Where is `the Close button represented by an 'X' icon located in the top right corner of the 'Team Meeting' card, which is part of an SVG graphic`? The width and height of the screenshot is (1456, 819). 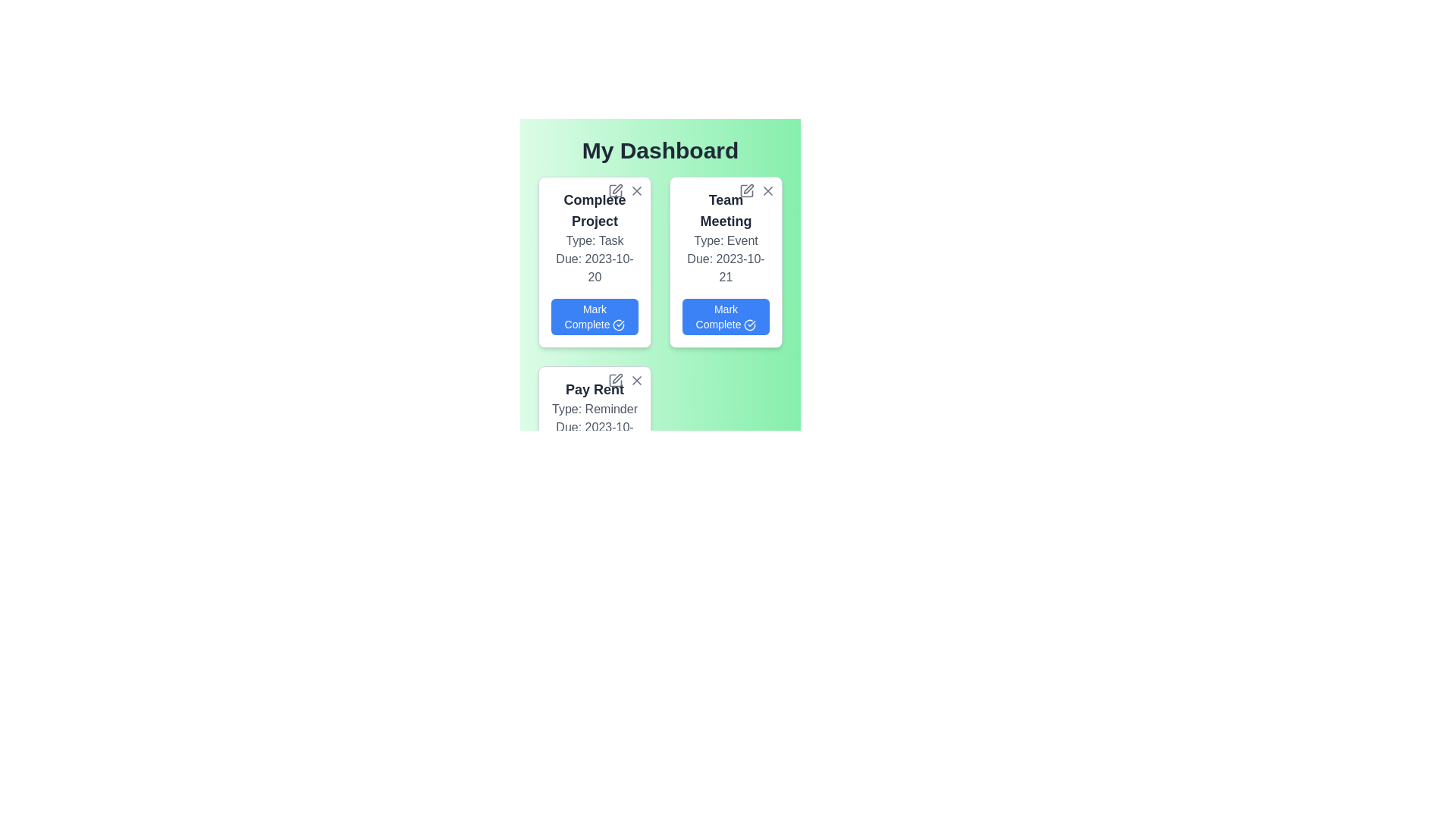
the Close button represented by an 'X' icon located in the top right corner of the 'Team Meeting' card, which is part of an SVG graphic is located at coordinates (767, 190).